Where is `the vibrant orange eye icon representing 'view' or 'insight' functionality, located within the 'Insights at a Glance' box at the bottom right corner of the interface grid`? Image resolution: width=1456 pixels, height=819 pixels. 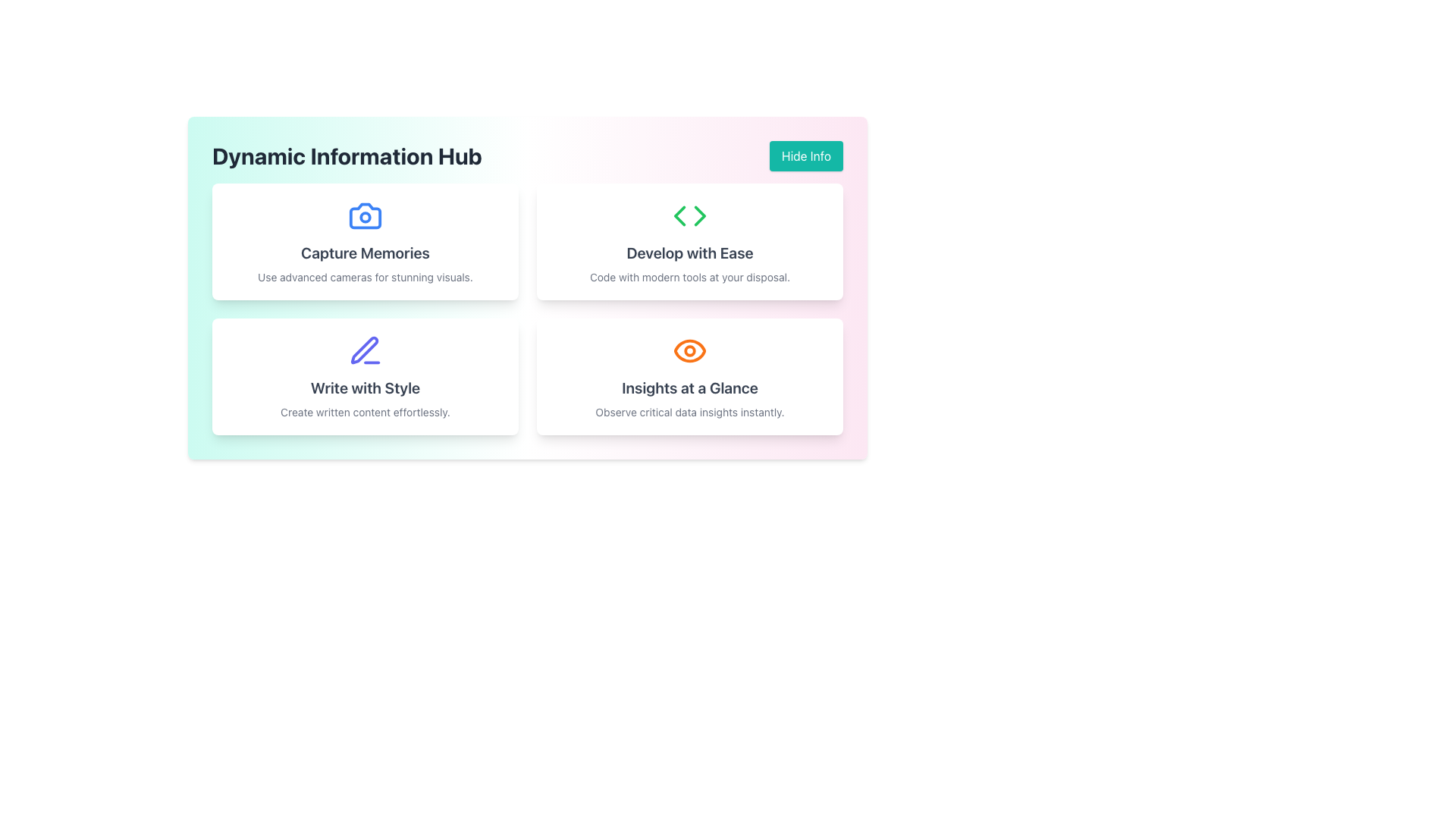 the vibrant orange eye icon representing 'view' or 'insight' functionality, located within the 'Insights at a Glance' box at the bottom right corner of the interface grid is located at coordinates (689, 350).